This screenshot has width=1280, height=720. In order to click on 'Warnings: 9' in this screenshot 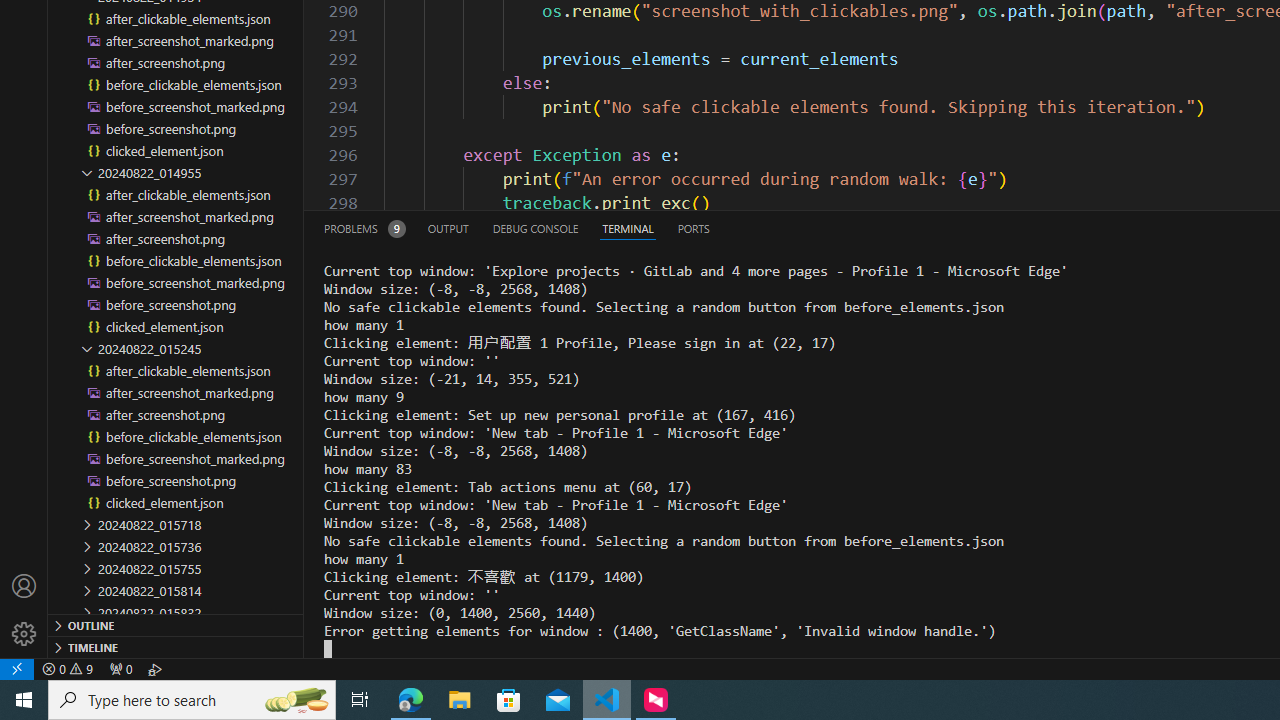, I will do `click(67, 668)`.